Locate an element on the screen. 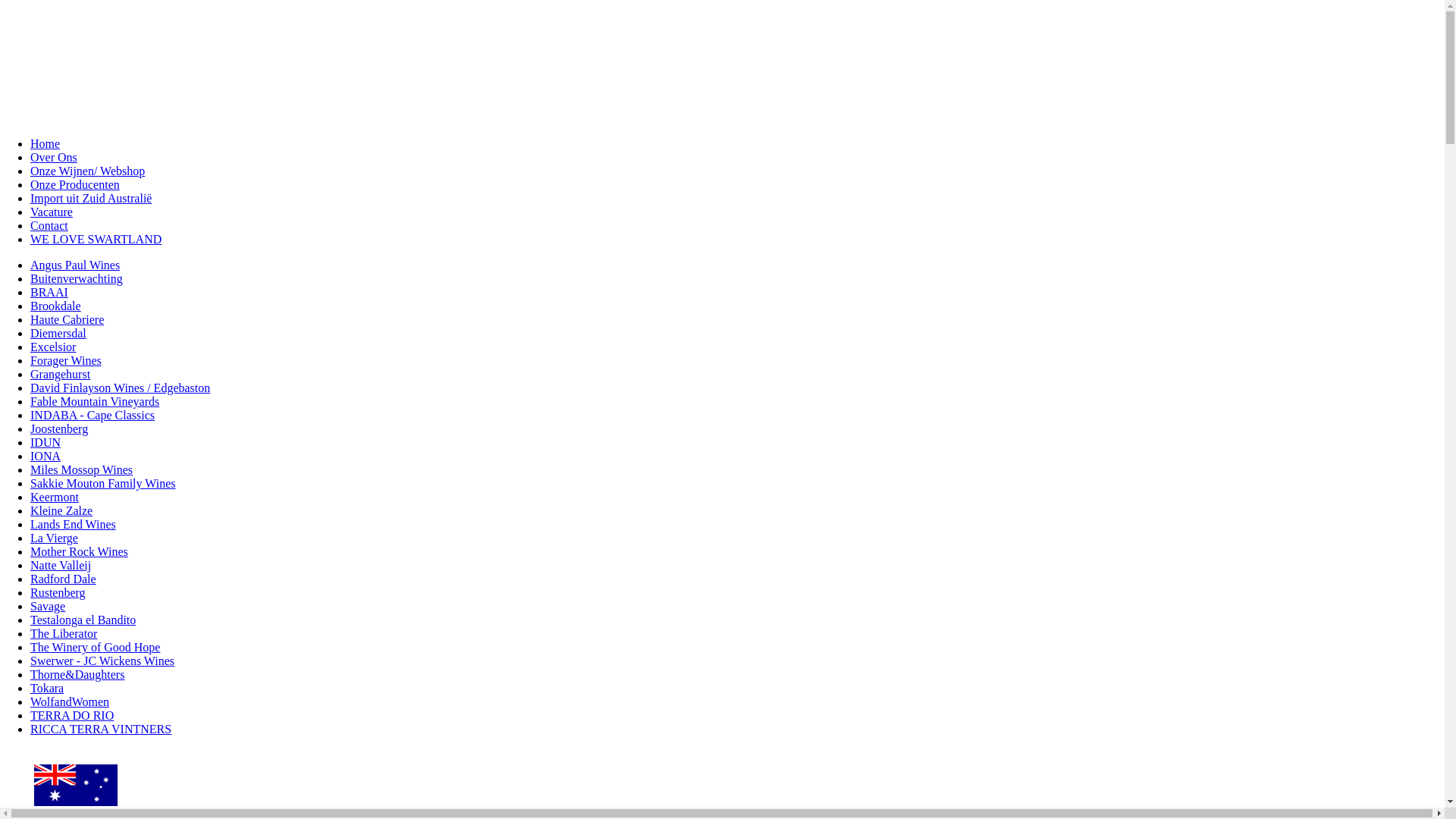 The width and height of the screenshot is (1456, 819). 'Home' is located at coordinates (45, 143).